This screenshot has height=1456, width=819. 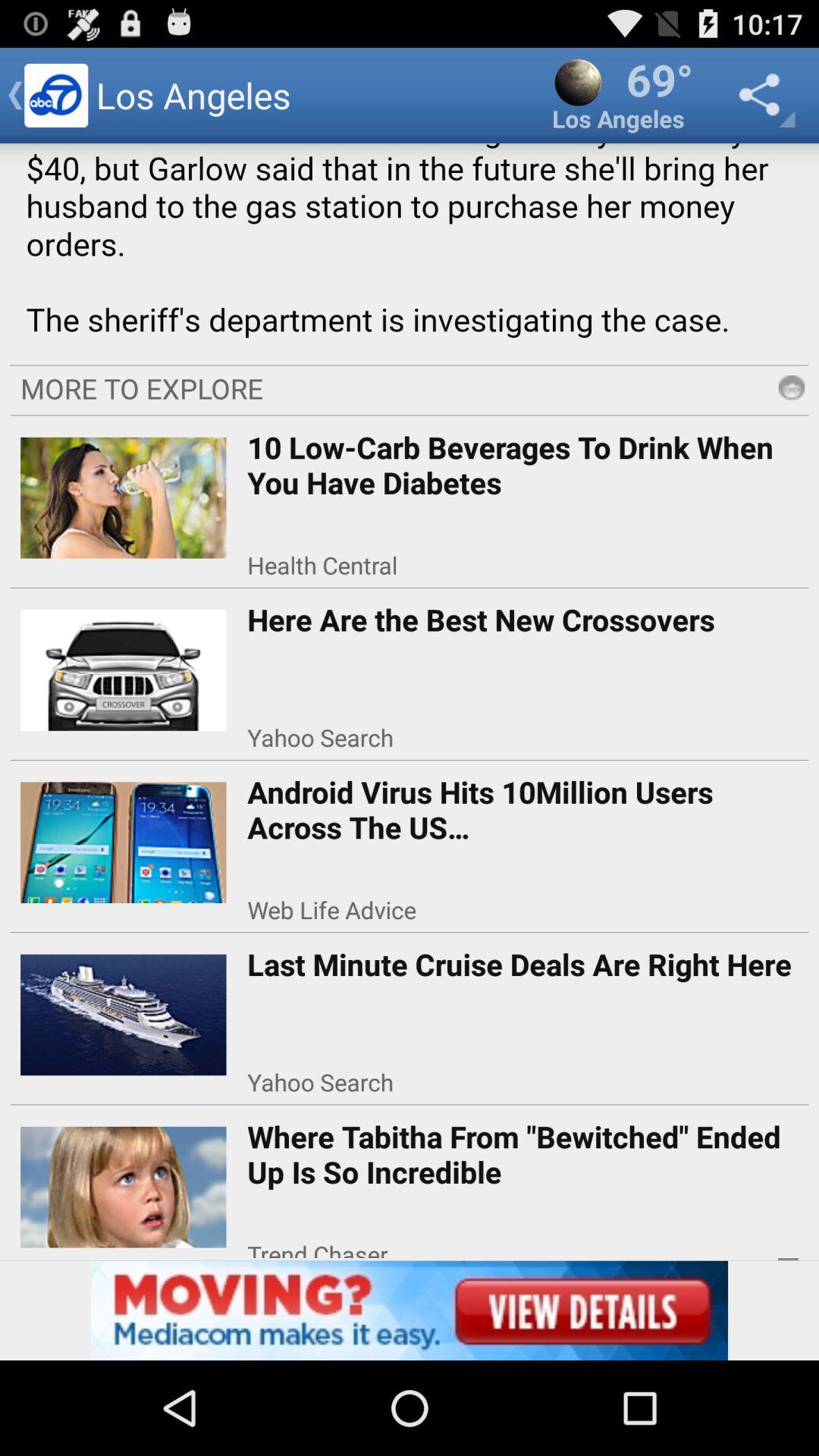 I want to click on open add moving, so click(x=409, y=1310).